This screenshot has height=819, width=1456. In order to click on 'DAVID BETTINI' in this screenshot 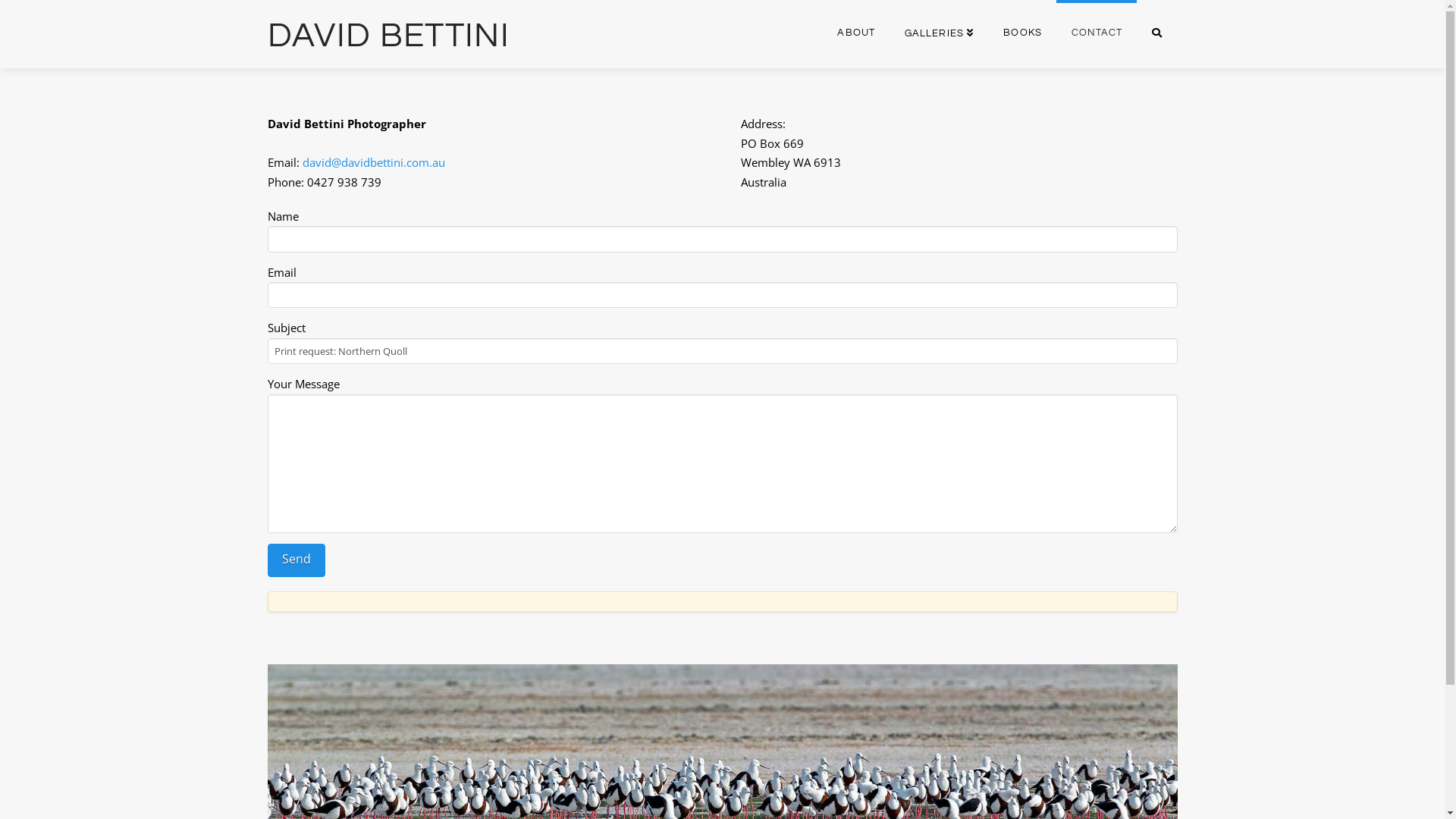, I will do `click(388, 35)`.